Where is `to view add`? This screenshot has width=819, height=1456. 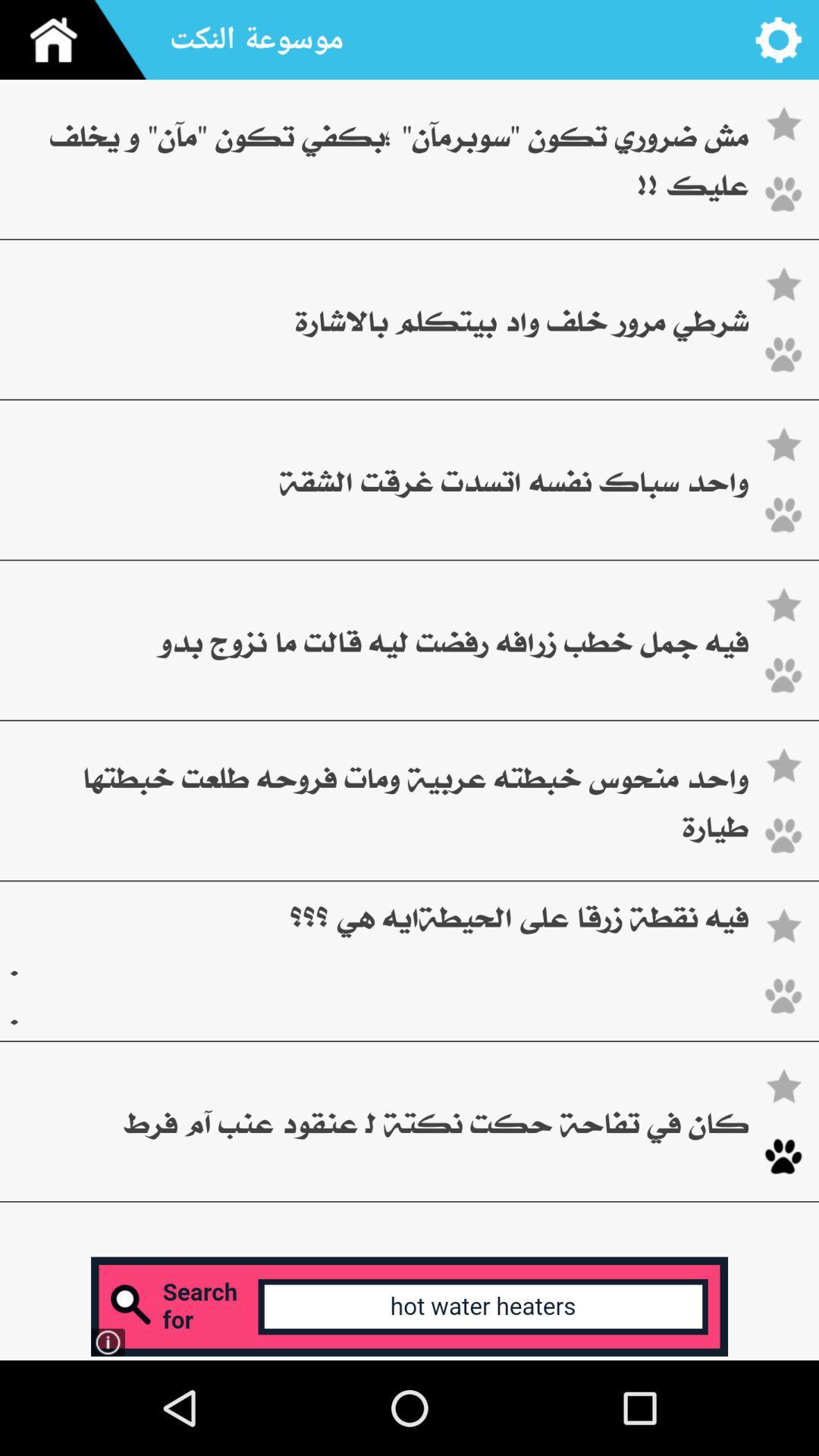
to view add is located at coordinates (409, 1306).